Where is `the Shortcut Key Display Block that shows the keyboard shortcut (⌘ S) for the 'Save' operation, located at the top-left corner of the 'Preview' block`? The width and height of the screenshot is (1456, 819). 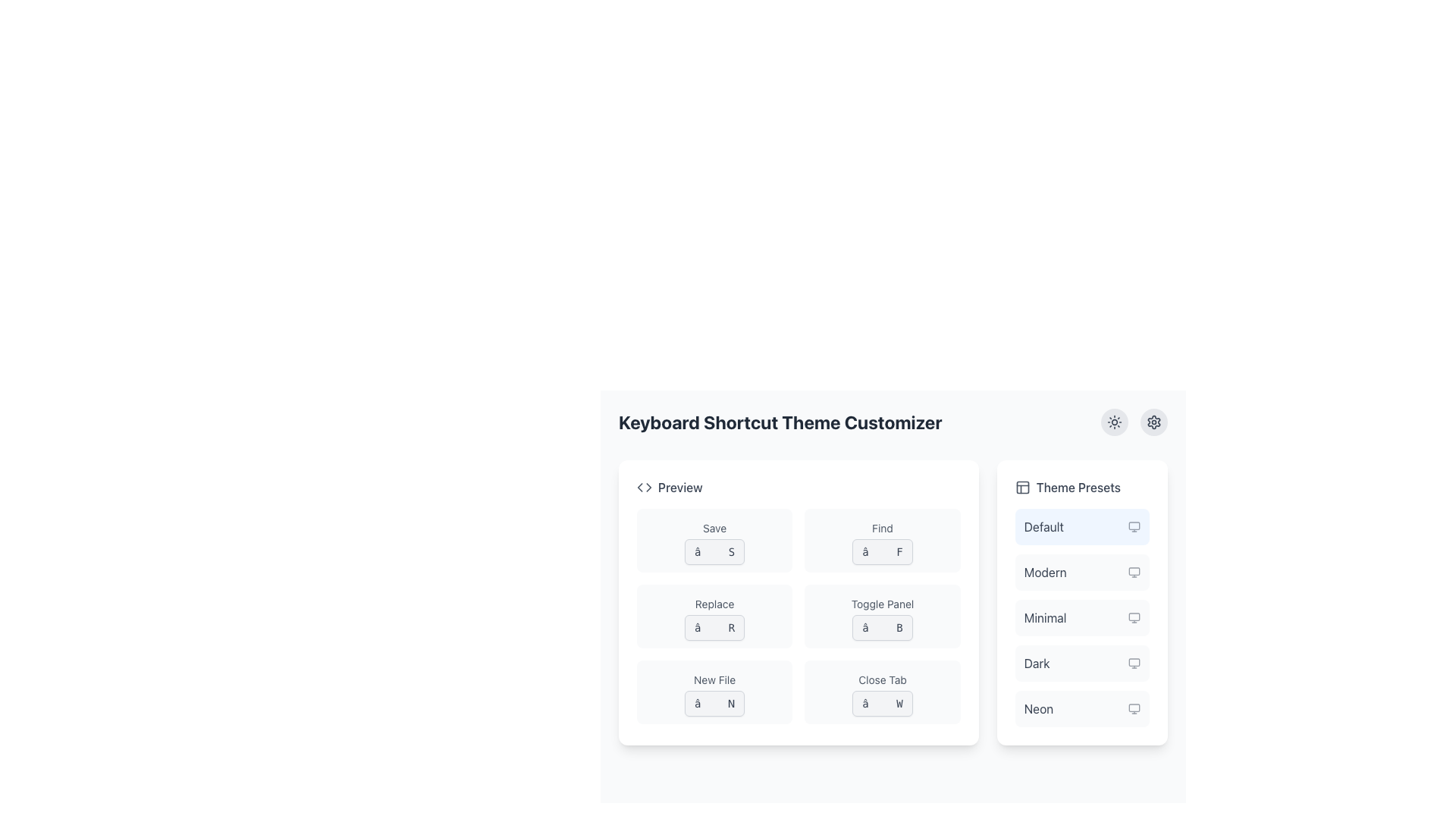
the Shortcut Key Display Block that shows the keyboard shortcut (⌘ S) for the 'Save' operation, located at the top-left corner of the 'Preview' block is located at coordinates (714, 540).